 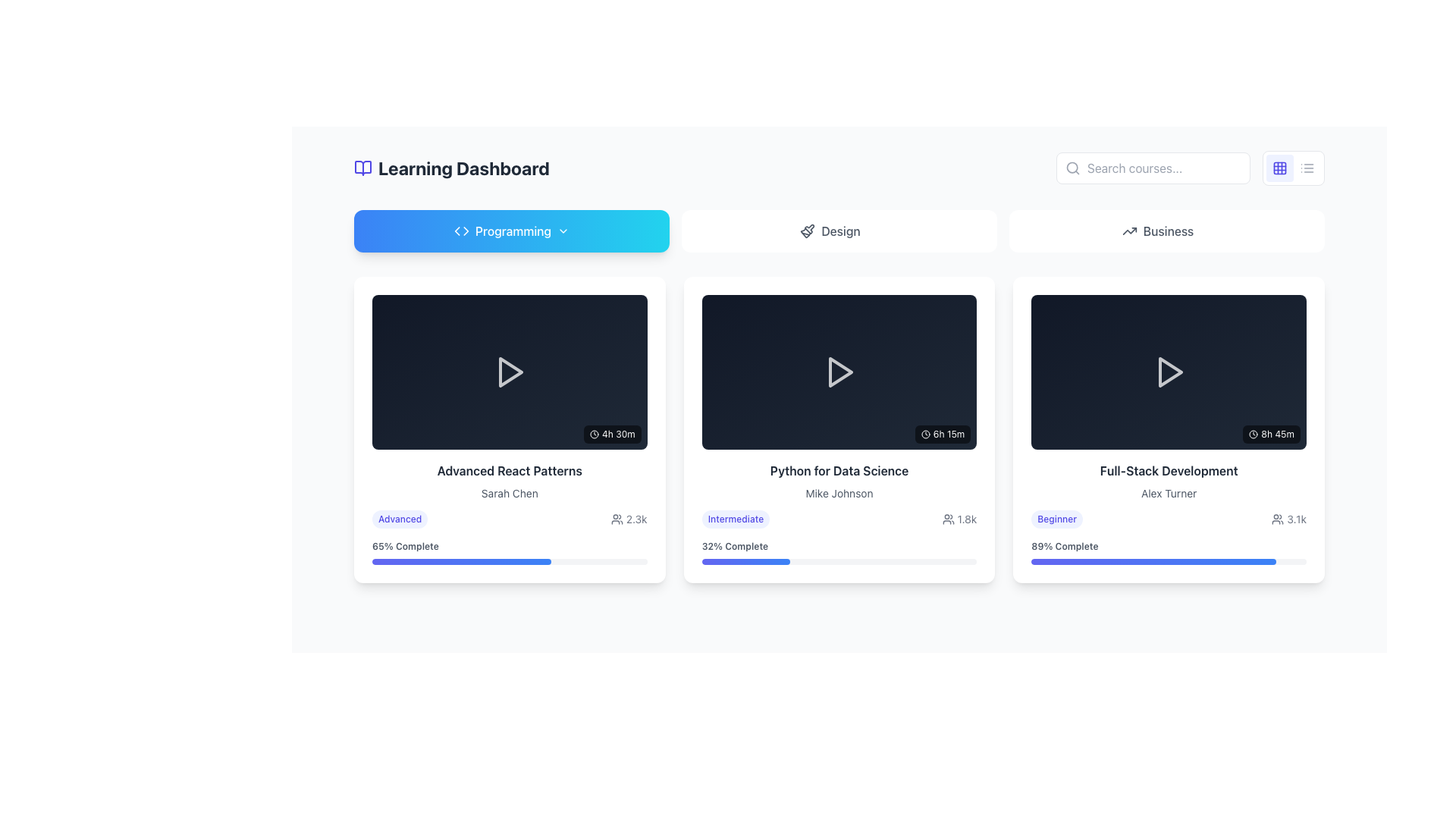 I want to click on textual numeric value '3.1k' displayed in gray font, located in the bottom-right corner of the 'Programming' course card, adjacent to the group icon and below the main video preview area, so click(x=1288, y=518).